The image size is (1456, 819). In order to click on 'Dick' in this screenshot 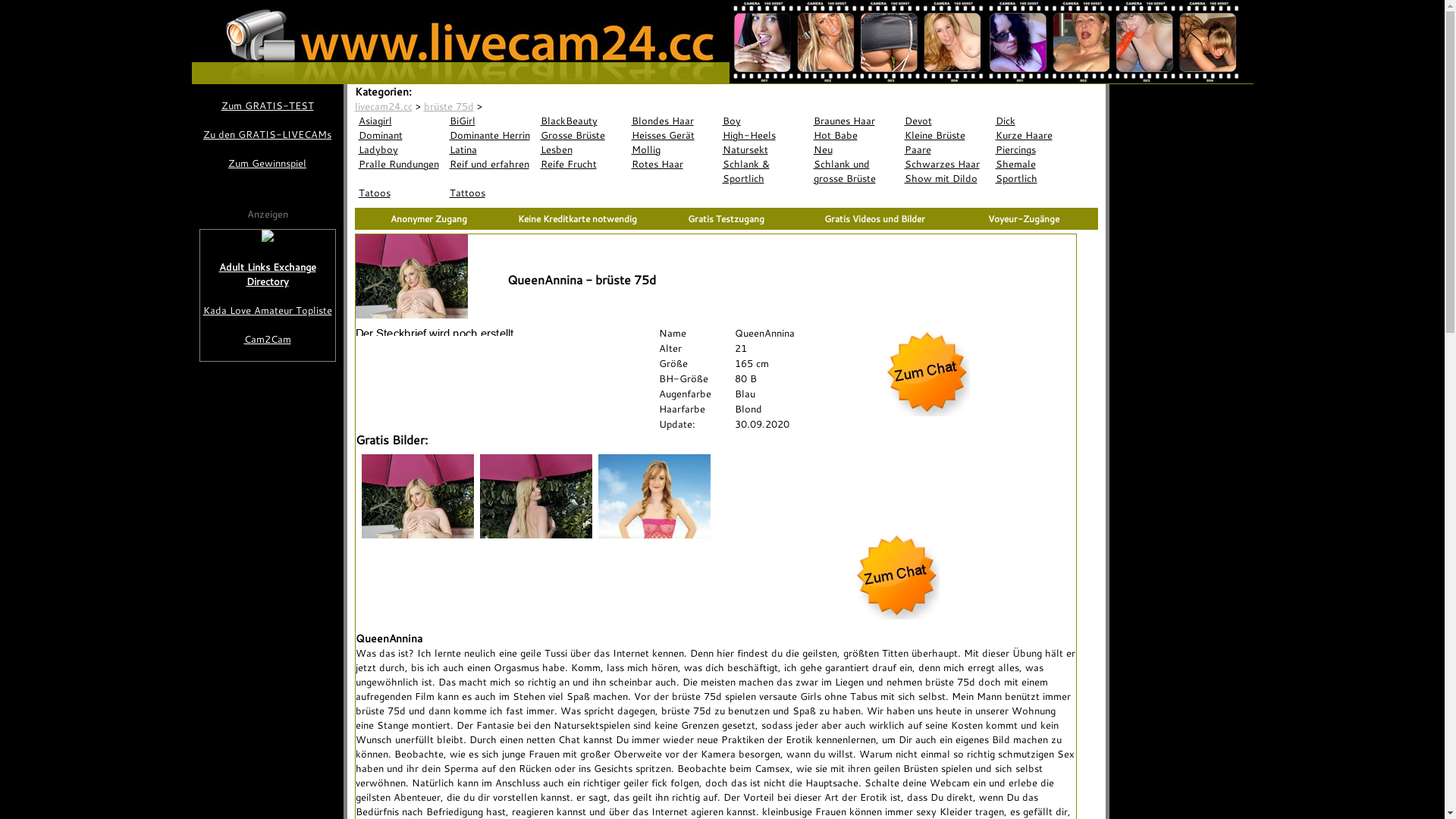, I will do `click(1037, 120)`.